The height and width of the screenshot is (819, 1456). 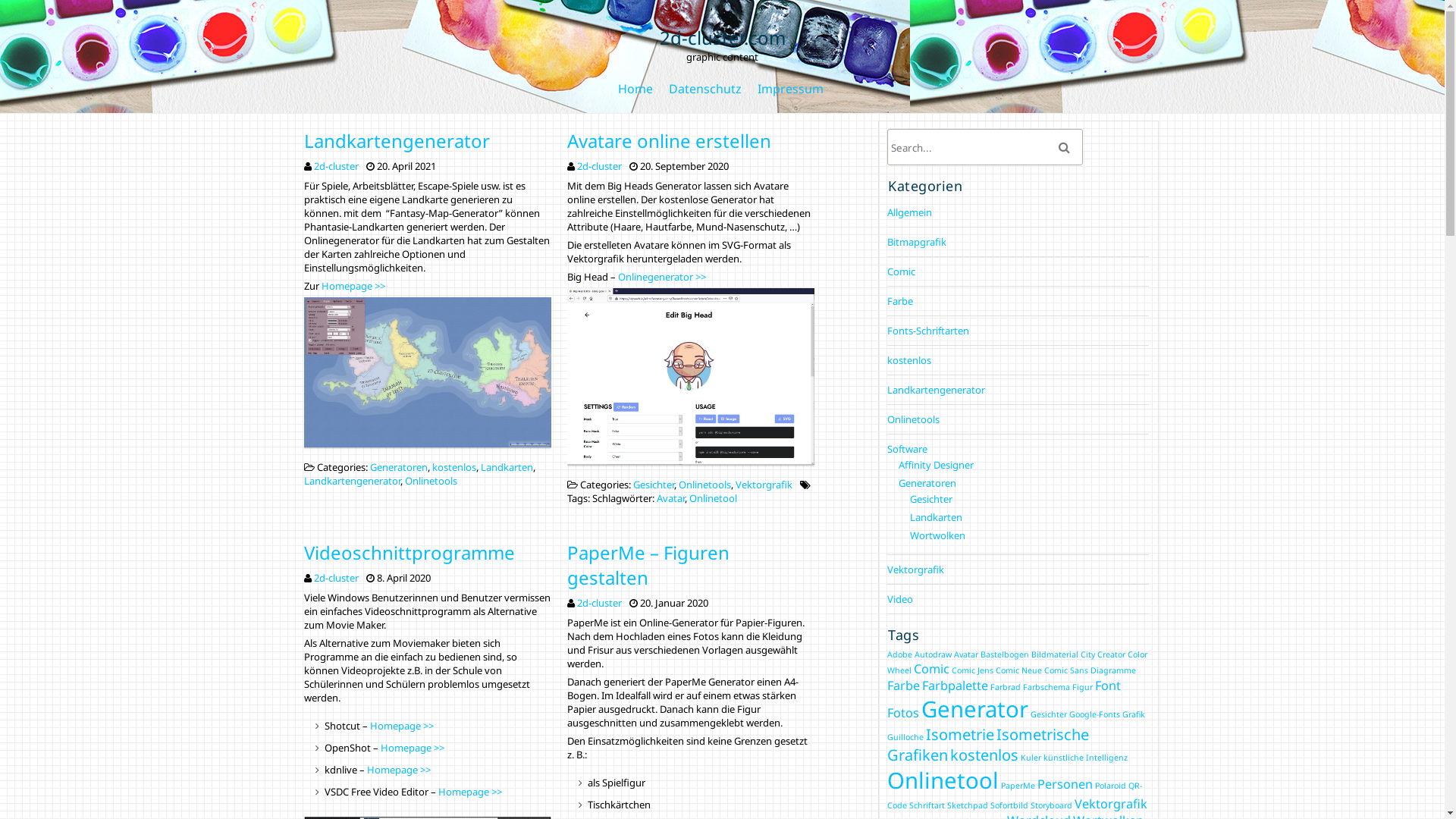 I want to click on '2d-cluster', so click(x=335, y=166).